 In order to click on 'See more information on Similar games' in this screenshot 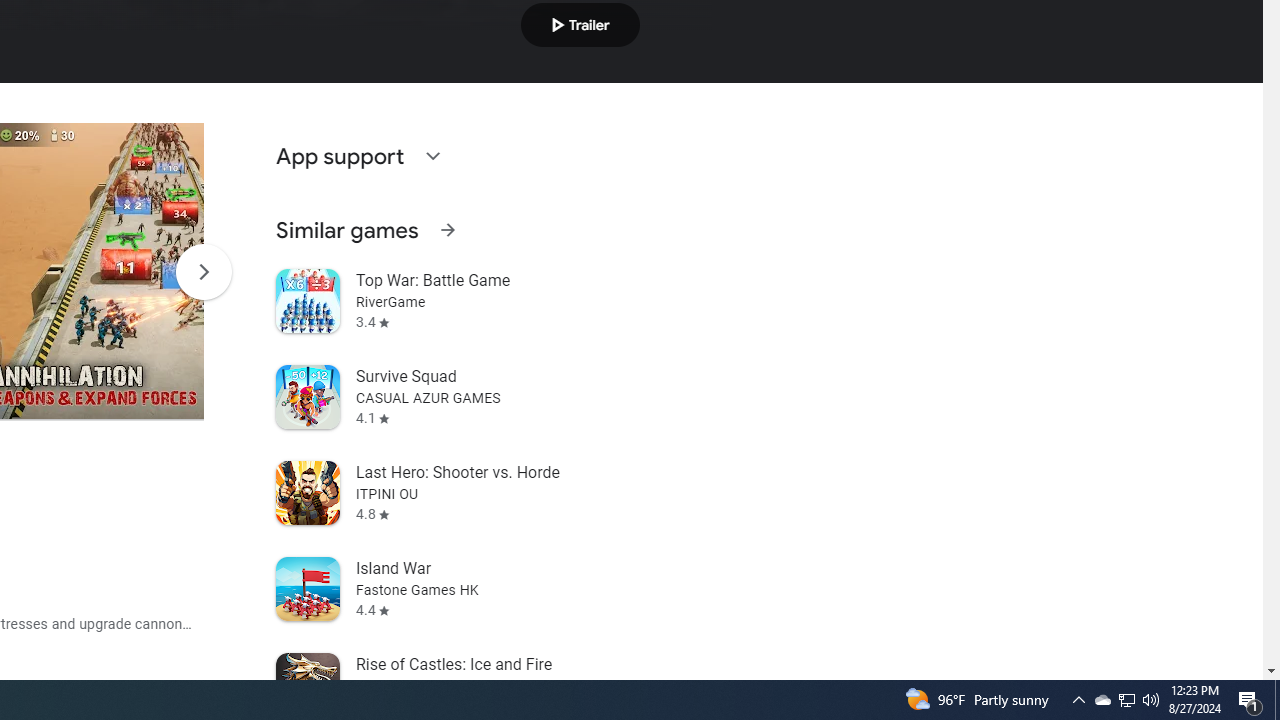, I will do `click(446, 229)`.